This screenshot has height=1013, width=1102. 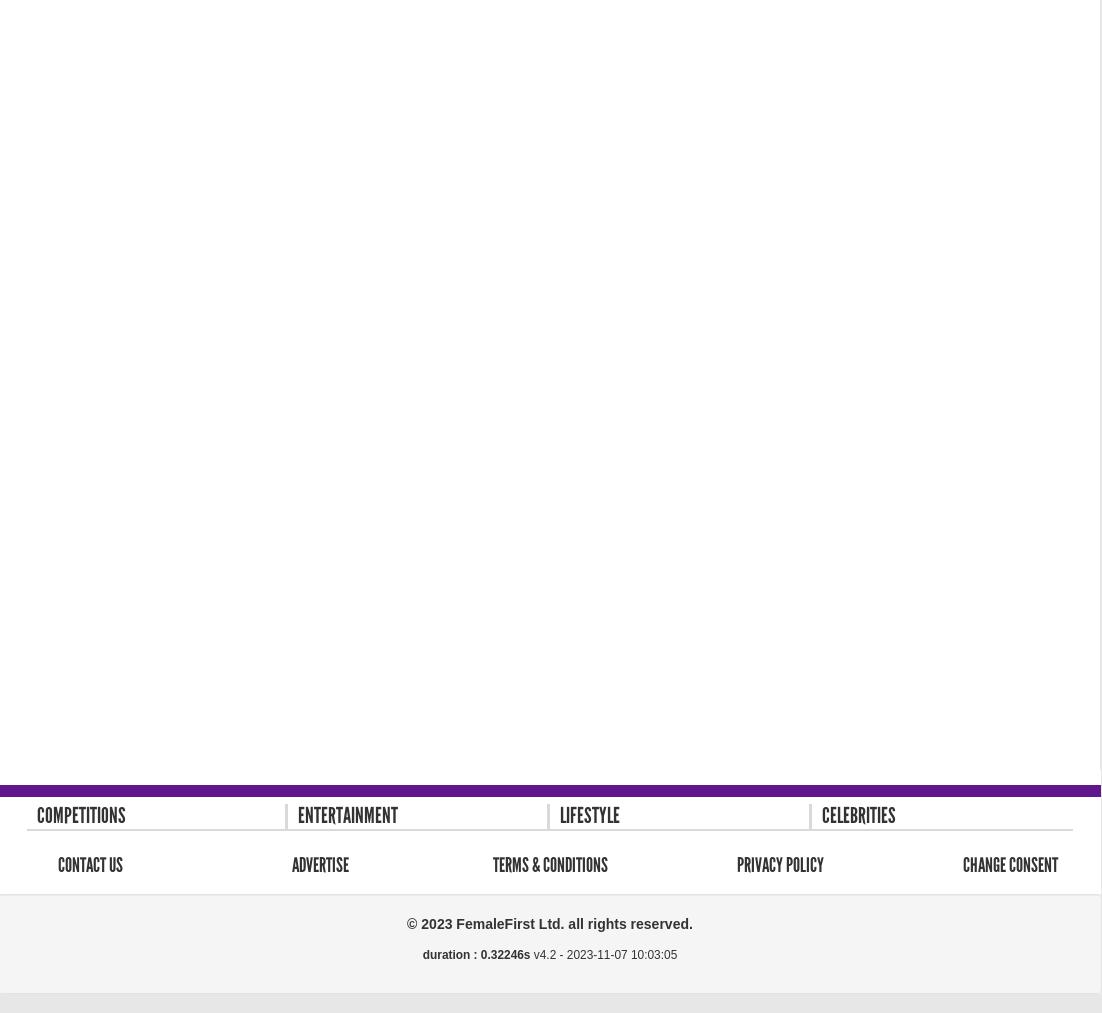 What do you see at coordinates (858, 813) in the screenshot?
I see `'Celebrities'` at bounding box center [858, 813].